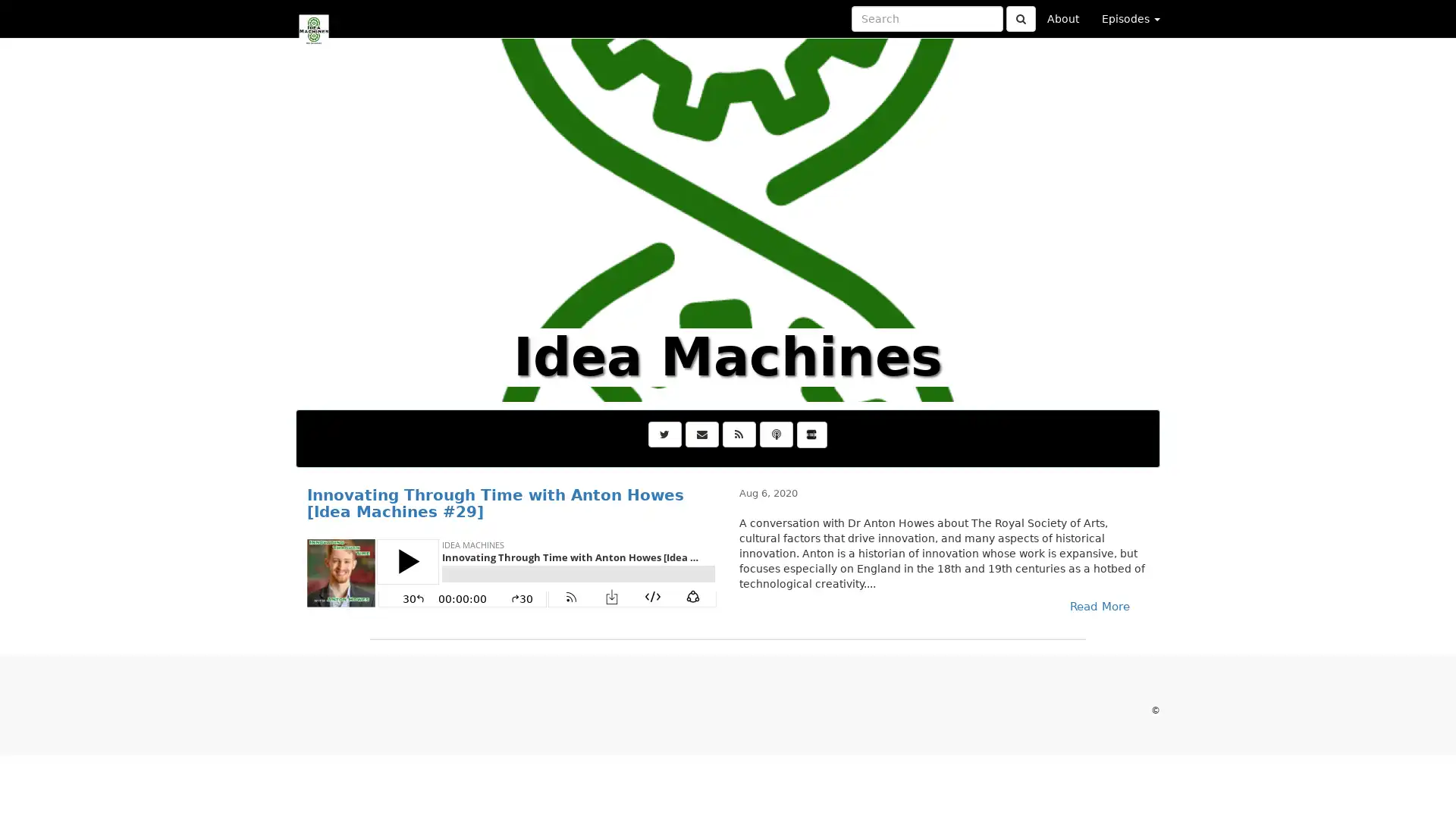 Image resolution: width=1456 pixels, height=819 pixels. What do you see at coordinates (1021, 18) in the screenshot?
I see `Click to submit search` at bounding box center [1021, 18].